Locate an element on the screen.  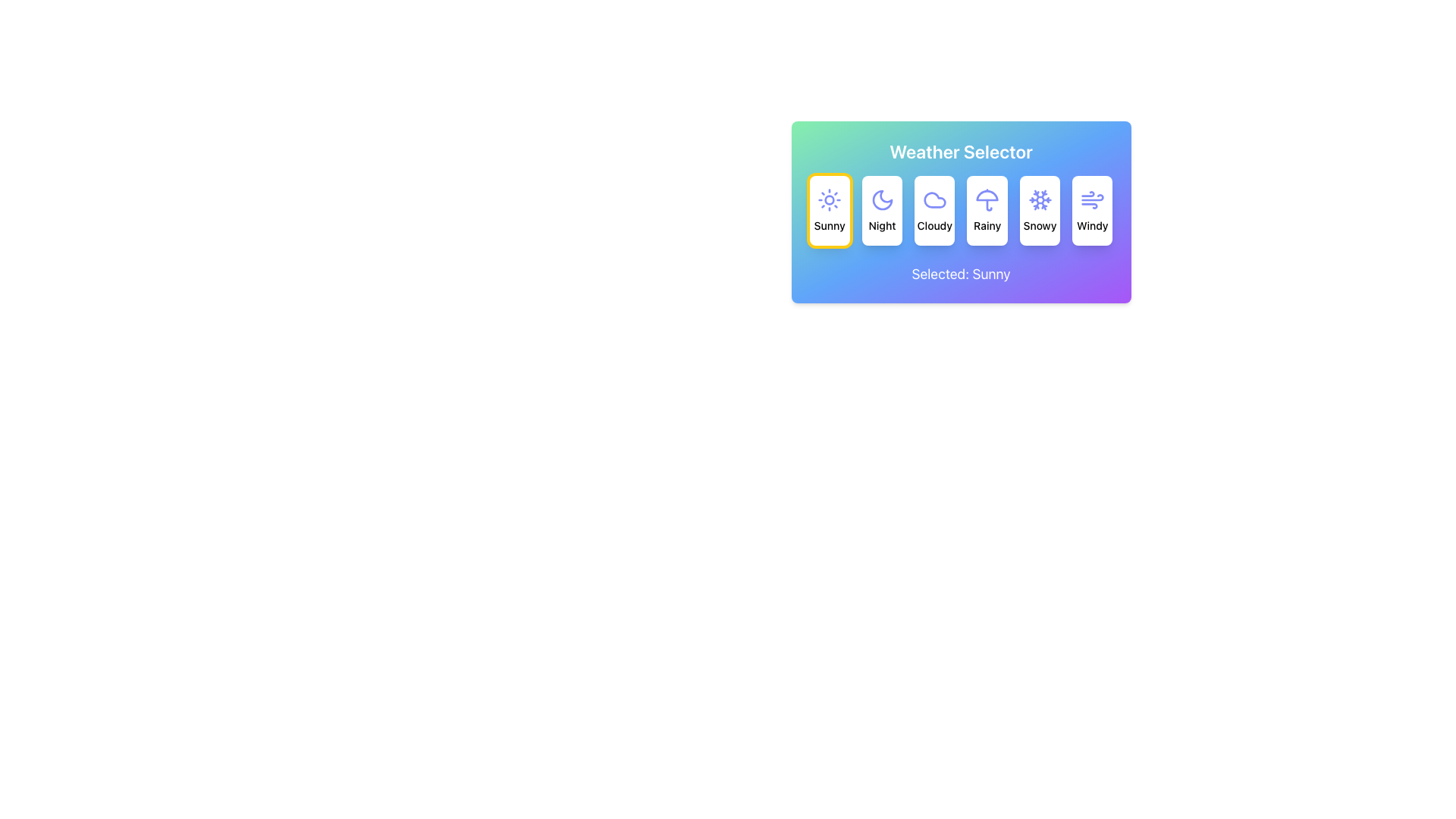
the 'Cloudy' weather icon, which is the third option in the weather selector interface, located above the label 'Cloudy' is located at coordinates (934, 199).